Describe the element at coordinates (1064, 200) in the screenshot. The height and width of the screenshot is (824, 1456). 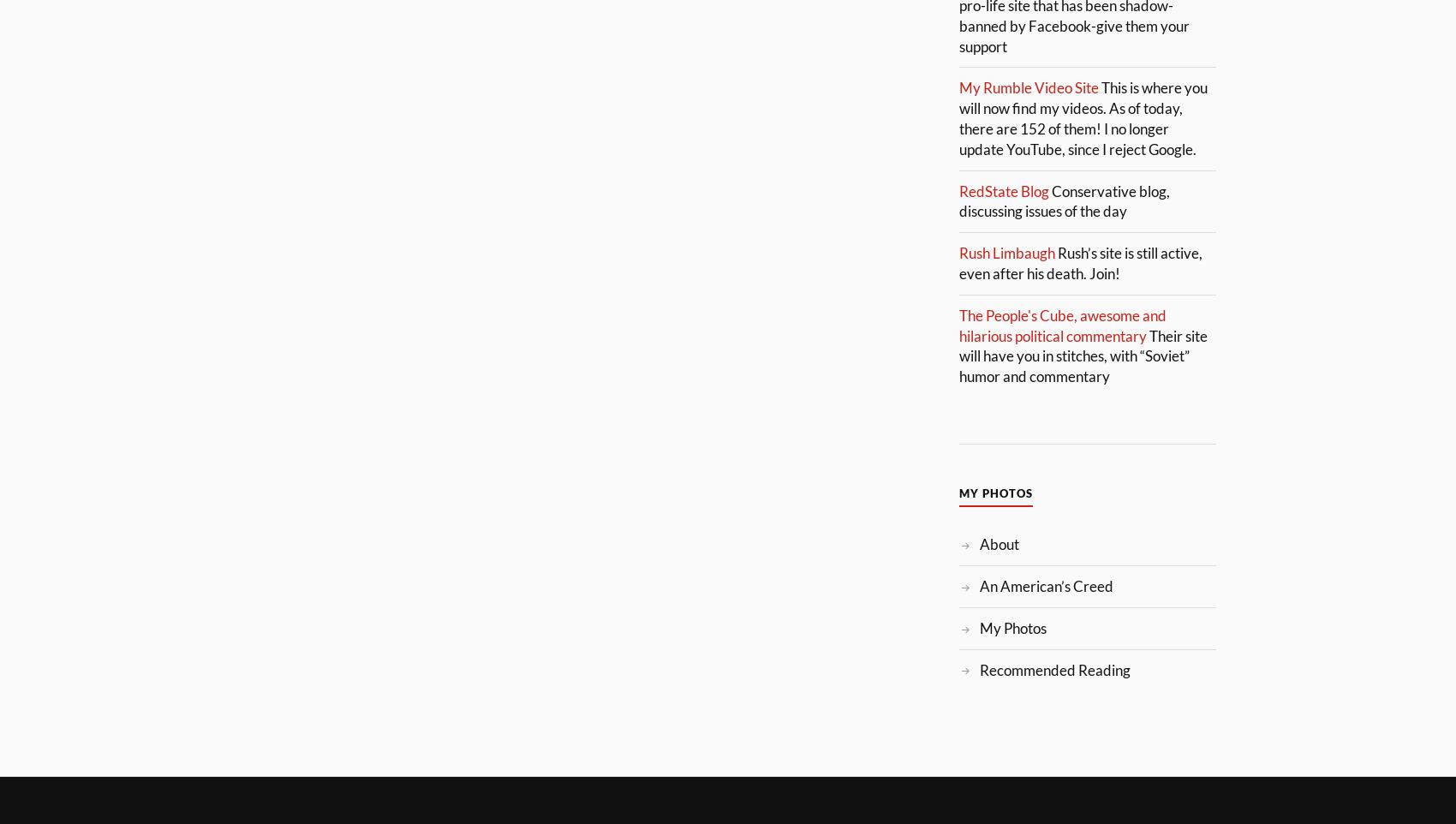
I see `'Conservative blog, discussing issues of the day'` at that location.